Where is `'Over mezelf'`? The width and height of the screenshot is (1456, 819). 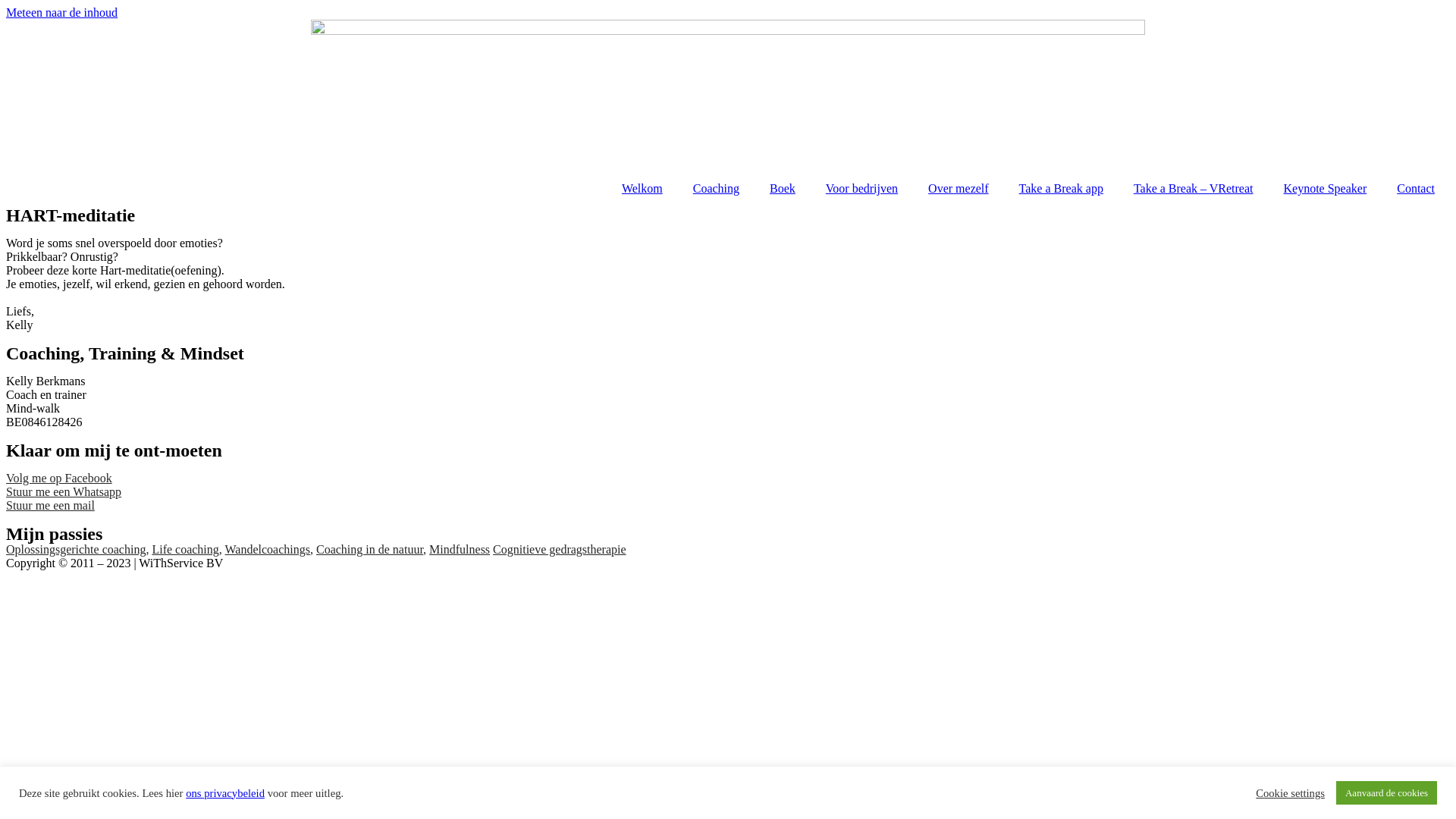
'Over mezelf' is located at coordinates (957, 188).